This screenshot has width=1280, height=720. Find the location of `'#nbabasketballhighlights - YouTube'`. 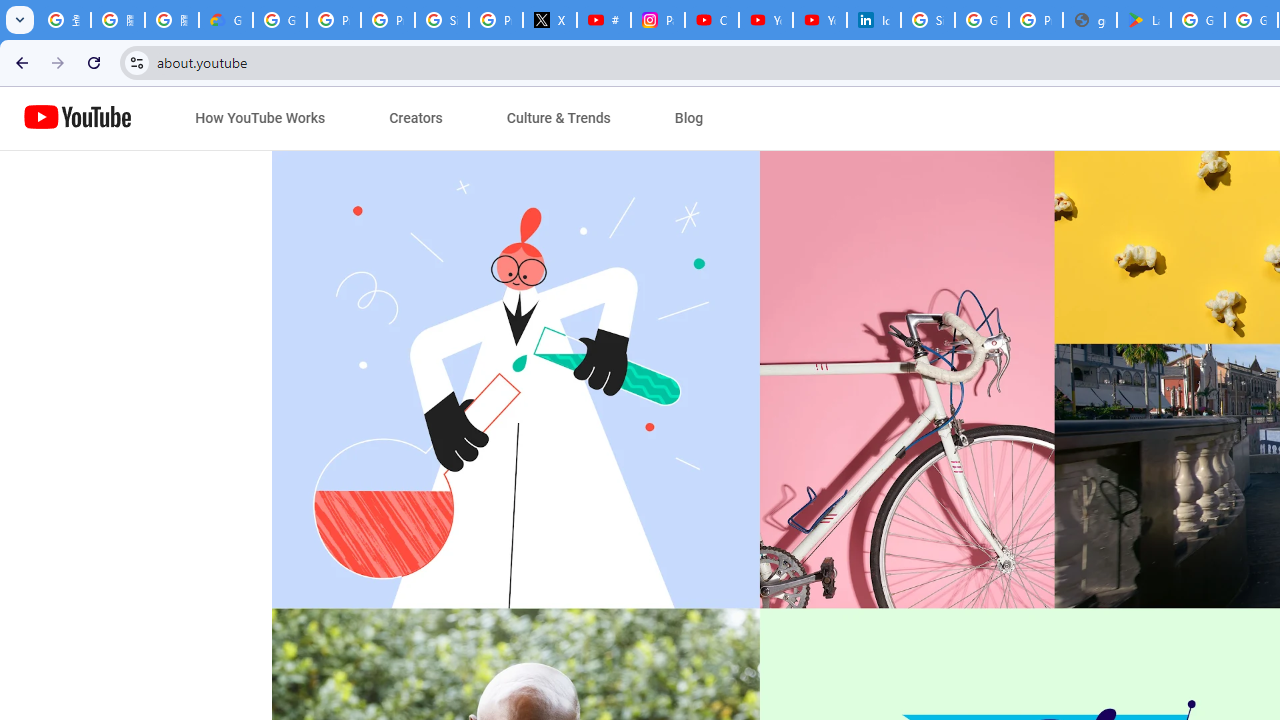

'#nbabasketballhighlights - YouTube' is located at coordinates (603, 20).